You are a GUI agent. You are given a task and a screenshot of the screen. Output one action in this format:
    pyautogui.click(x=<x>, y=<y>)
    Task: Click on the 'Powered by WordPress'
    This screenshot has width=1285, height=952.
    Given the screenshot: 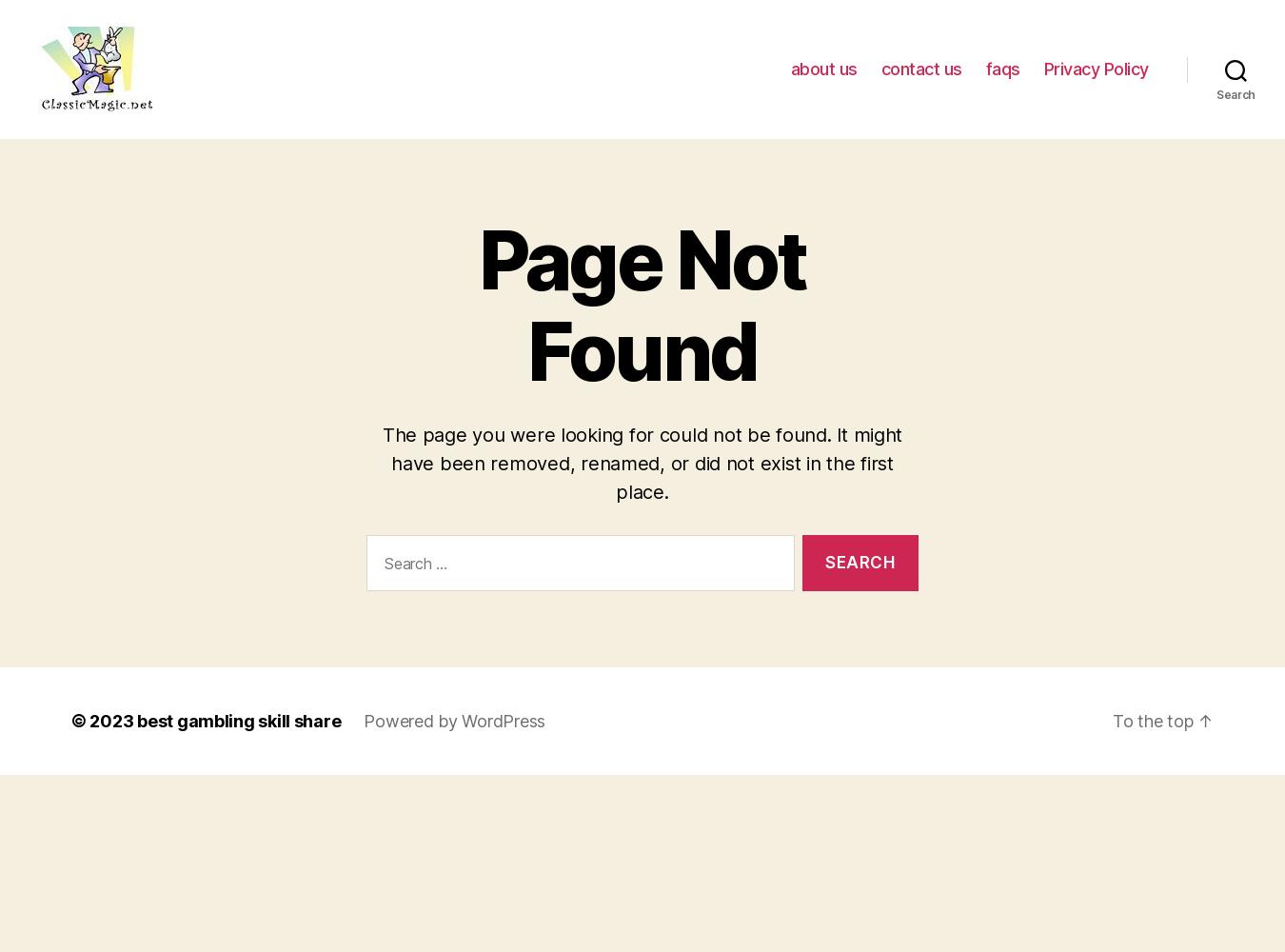 What is the action you would take?
    pyautogui.click(x=452, y=720)
    